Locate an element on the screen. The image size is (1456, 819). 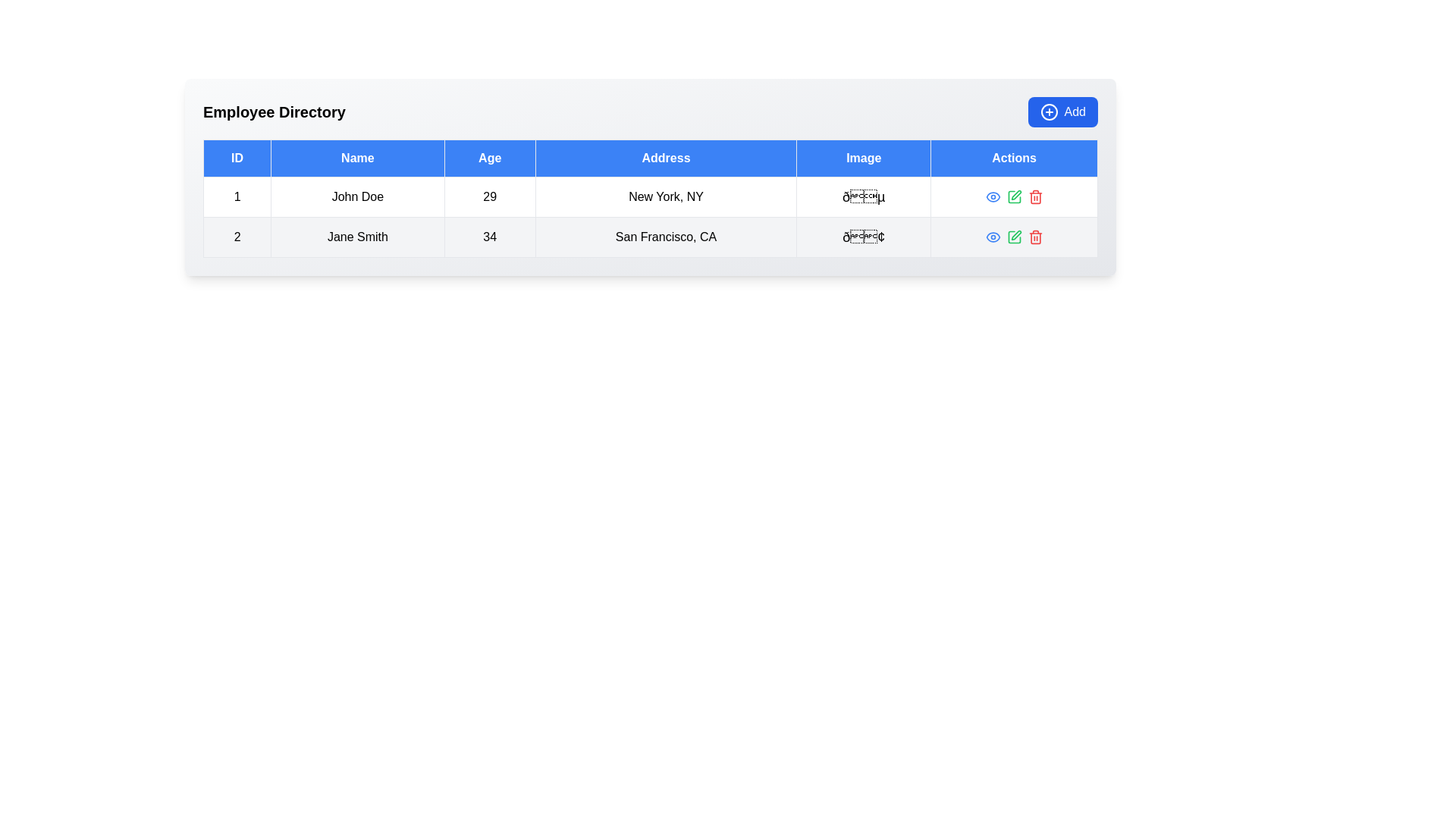
content 'John Doe' from the text label in the second column of the first data row in the table, which signifies the name of the individual is located at coordinates (356, 196).